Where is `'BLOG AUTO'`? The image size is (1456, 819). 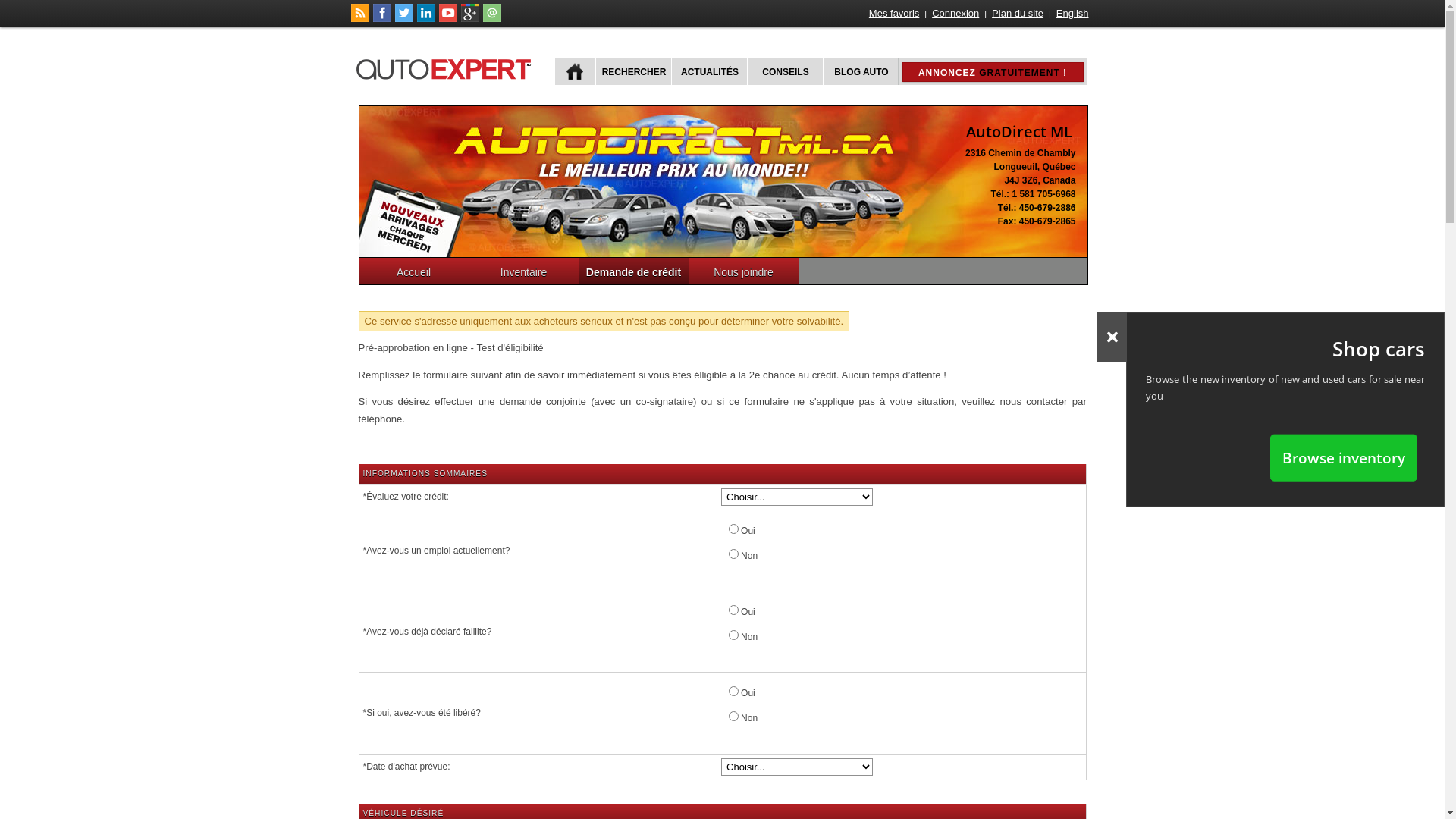
'BLOG AUTO' is located at coordinates (859, 71).